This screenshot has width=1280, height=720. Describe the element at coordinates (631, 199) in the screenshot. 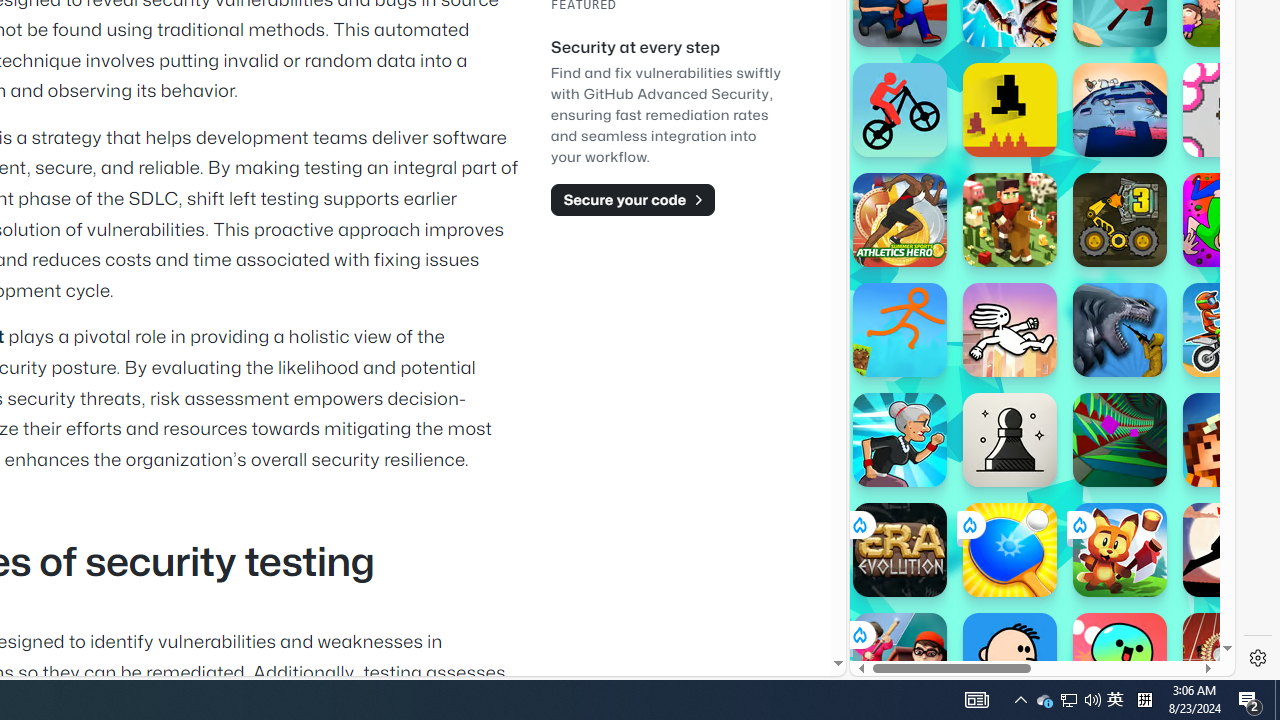

I see `'Secure your code'` at that location.